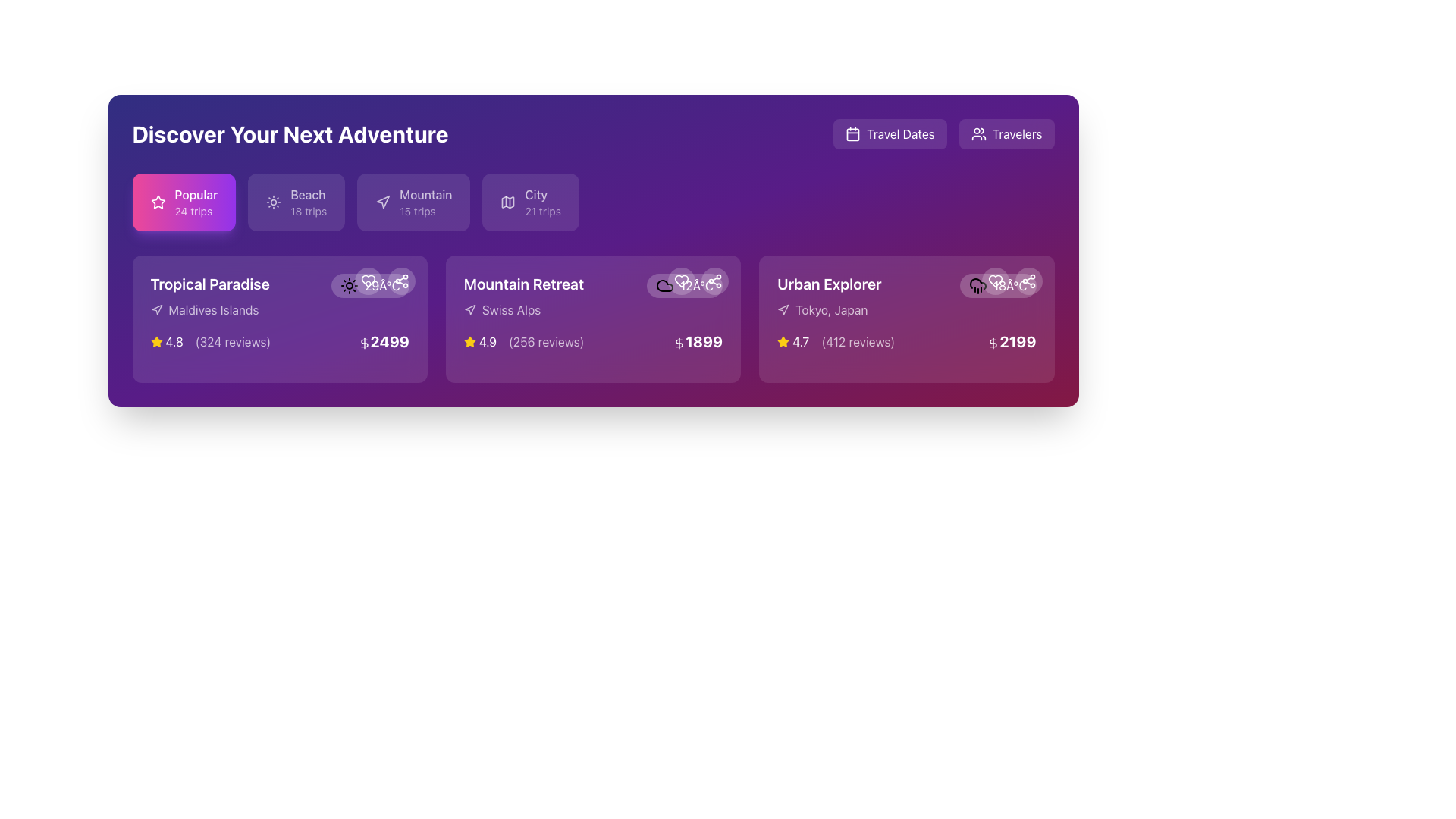 The height and width of the screenshot is (819, 1456). Describe the element at coordinates (383, 201) in the screenshot. I see `the minimalistic navigation arrow icon located within the 'Mountain 15 trips' button, which is the third navigation tab below the 'Discover Your Next Adventure' heading` at that location.